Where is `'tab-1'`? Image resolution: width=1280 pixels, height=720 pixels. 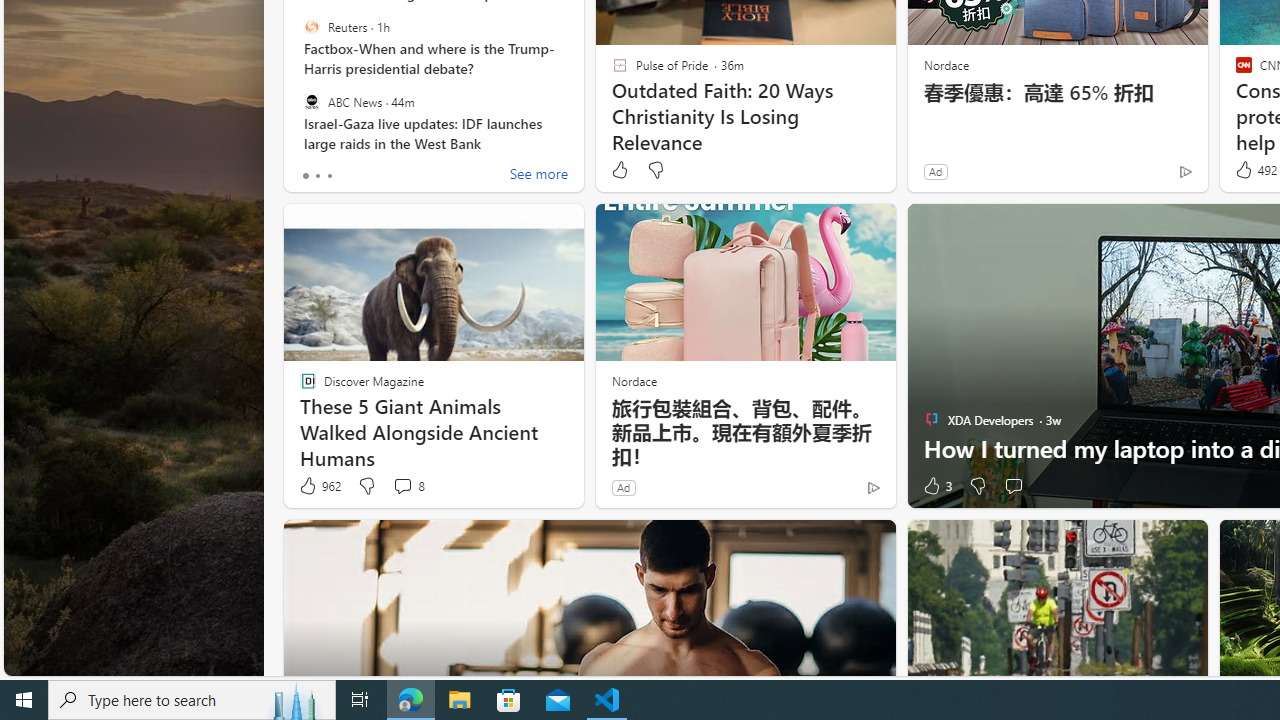 'tab-1' is located at coordinates (316, 175).